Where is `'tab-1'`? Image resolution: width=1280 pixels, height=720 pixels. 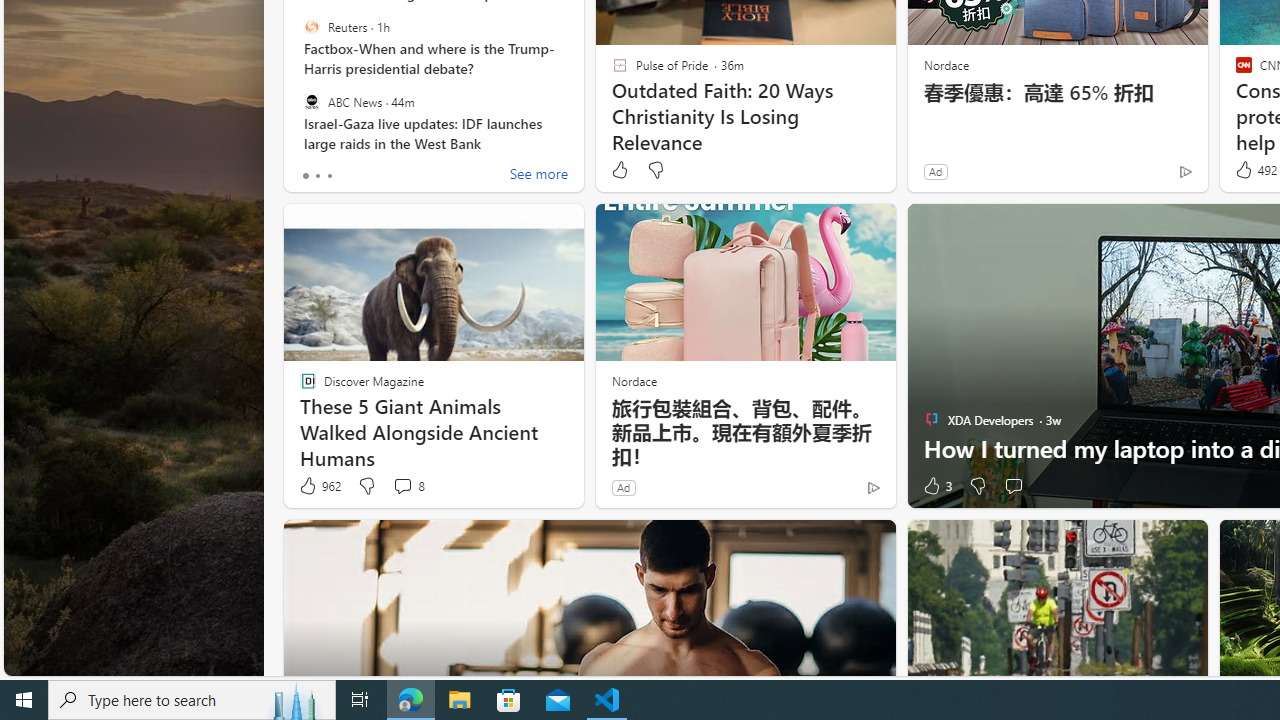 'tab-1' is located at coordinates (316, 175).